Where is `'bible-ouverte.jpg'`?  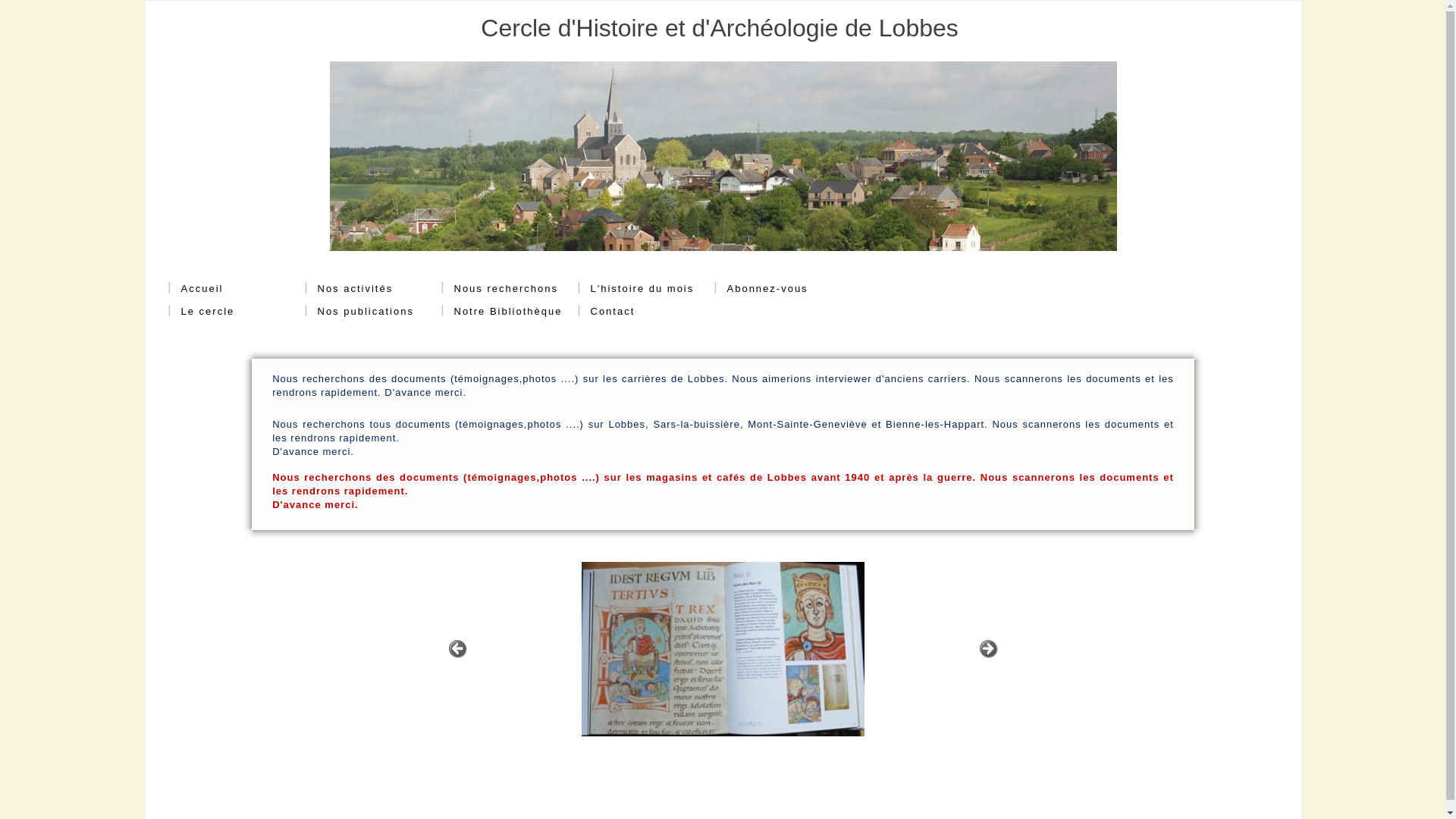
'bible-ouverte.jpg' is located at coordinates (721, 648).